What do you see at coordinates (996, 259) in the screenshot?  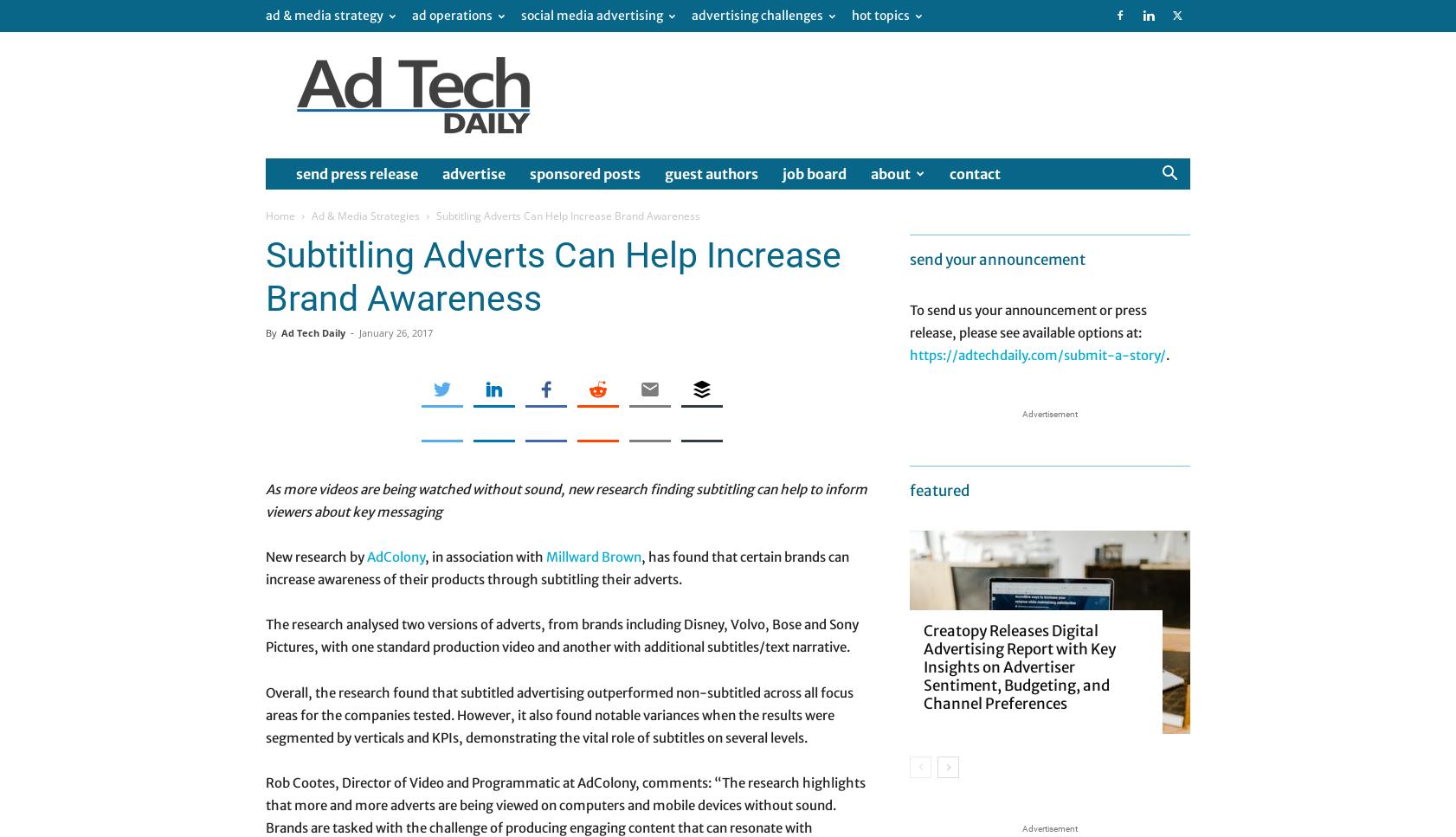 I see `'Send your announcement'` at bounding box center [996, 259].